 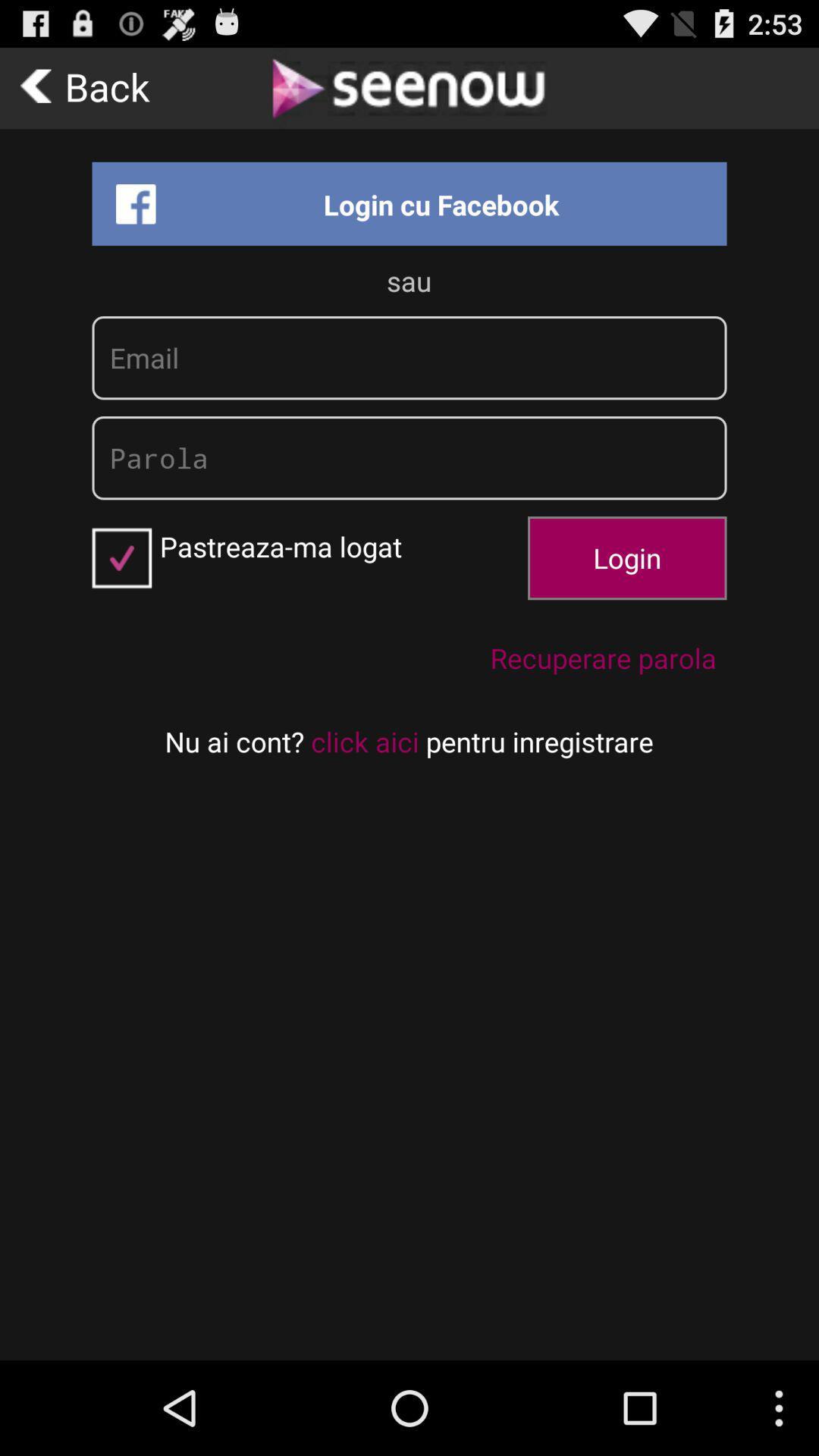 I want to click on email field, so click(x=409, y=357).